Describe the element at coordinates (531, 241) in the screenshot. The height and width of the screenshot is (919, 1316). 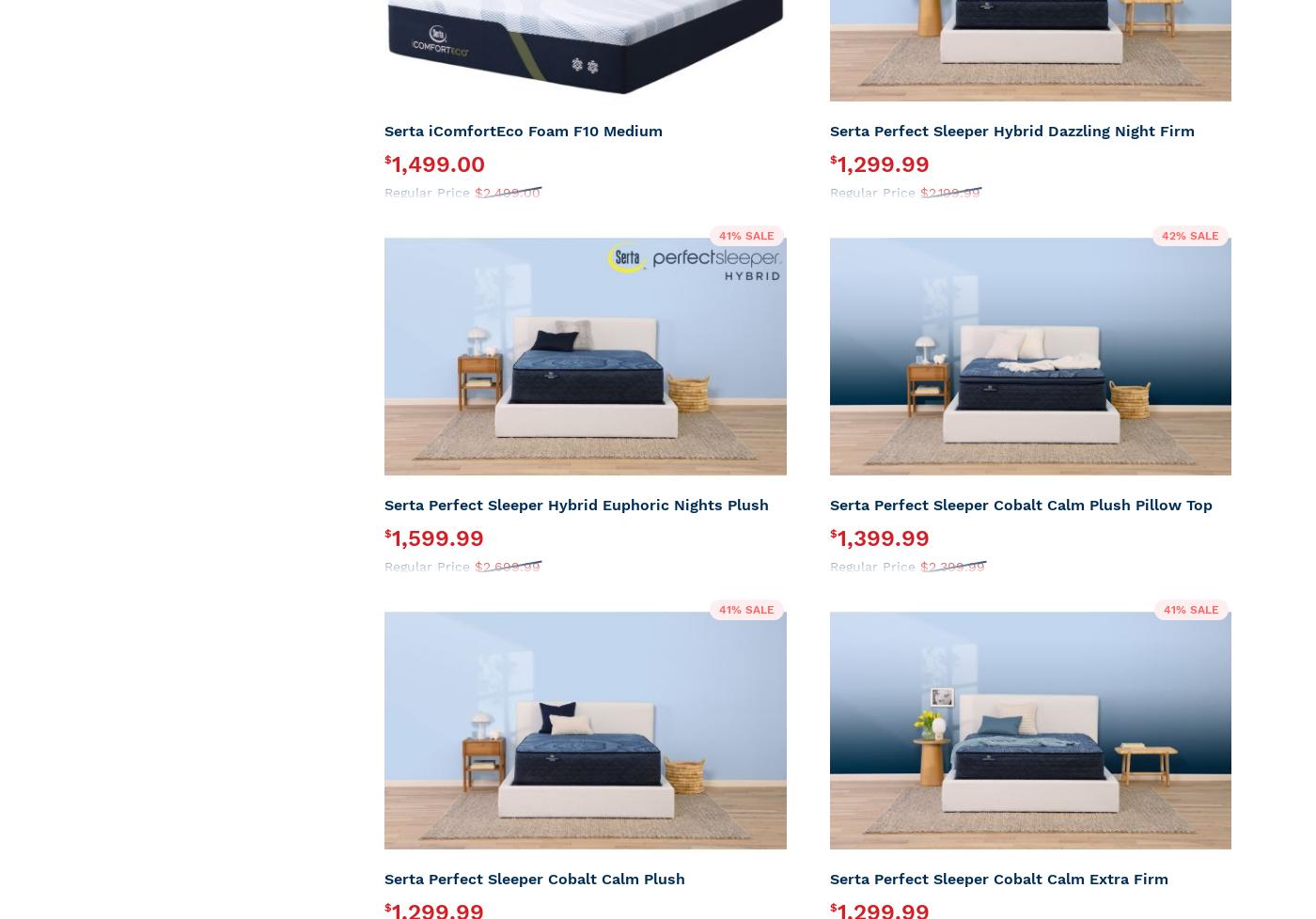
I see `'$84'` at that location.